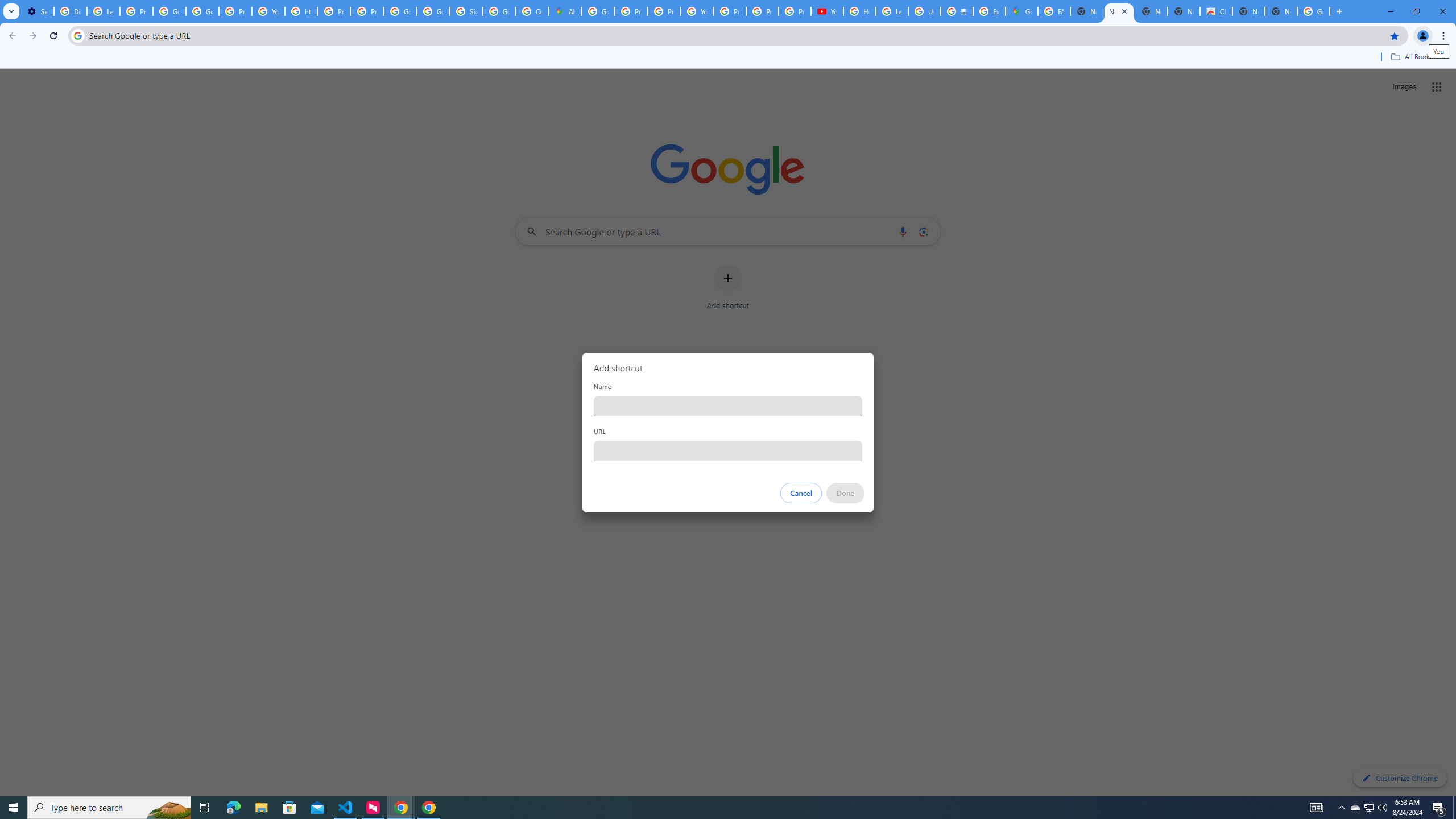  What do you see at coordinates (988, 11) in the screenshot?
I see `'Explore new street-level details - Google Maps Help'` at bounding box center [988, 11].